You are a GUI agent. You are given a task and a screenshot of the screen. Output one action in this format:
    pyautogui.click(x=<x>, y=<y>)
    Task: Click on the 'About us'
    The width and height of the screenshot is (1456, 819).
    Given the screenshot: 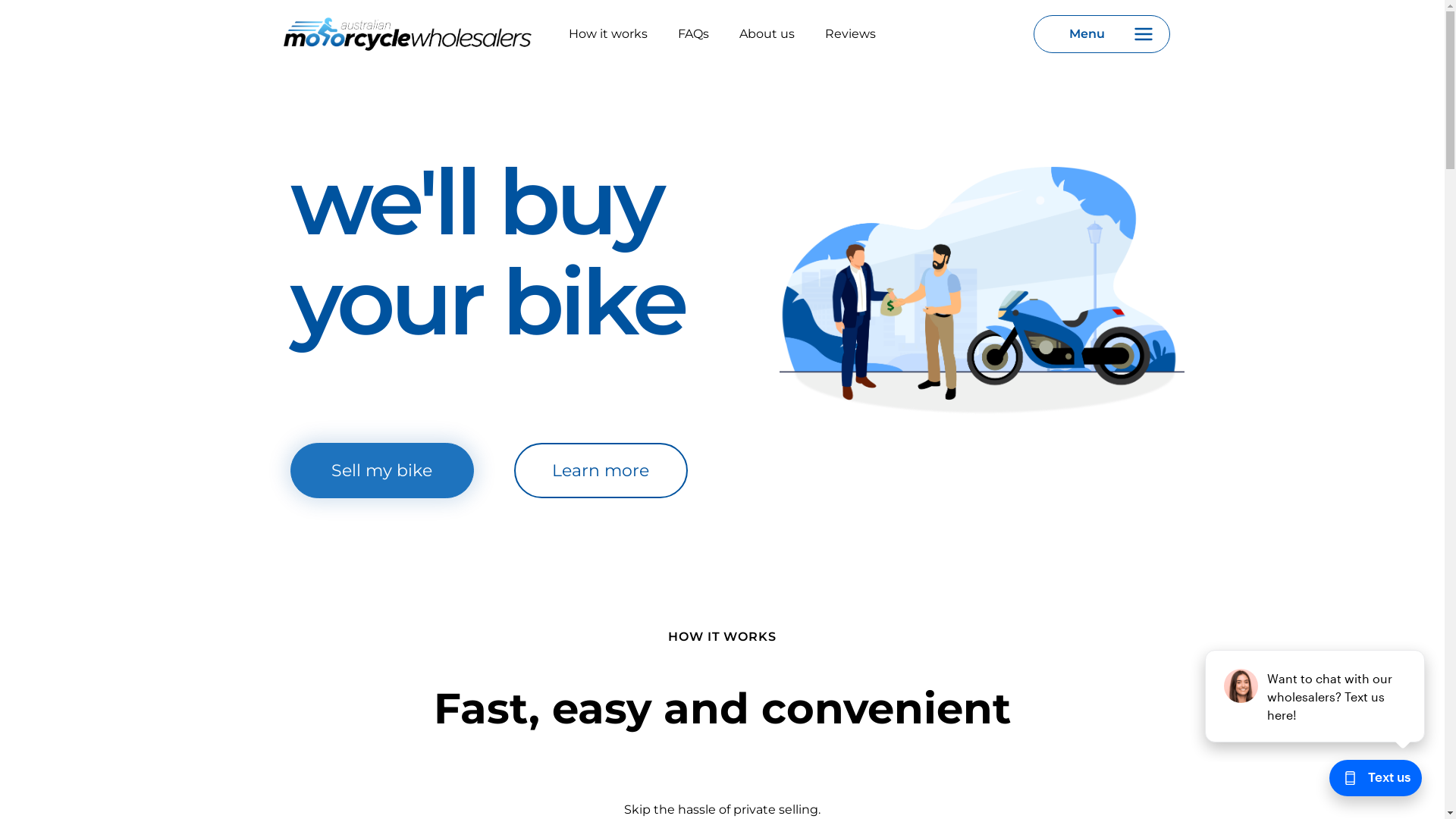 What is the action you would take?
    pyautogui.click(x=767, y=34)
    